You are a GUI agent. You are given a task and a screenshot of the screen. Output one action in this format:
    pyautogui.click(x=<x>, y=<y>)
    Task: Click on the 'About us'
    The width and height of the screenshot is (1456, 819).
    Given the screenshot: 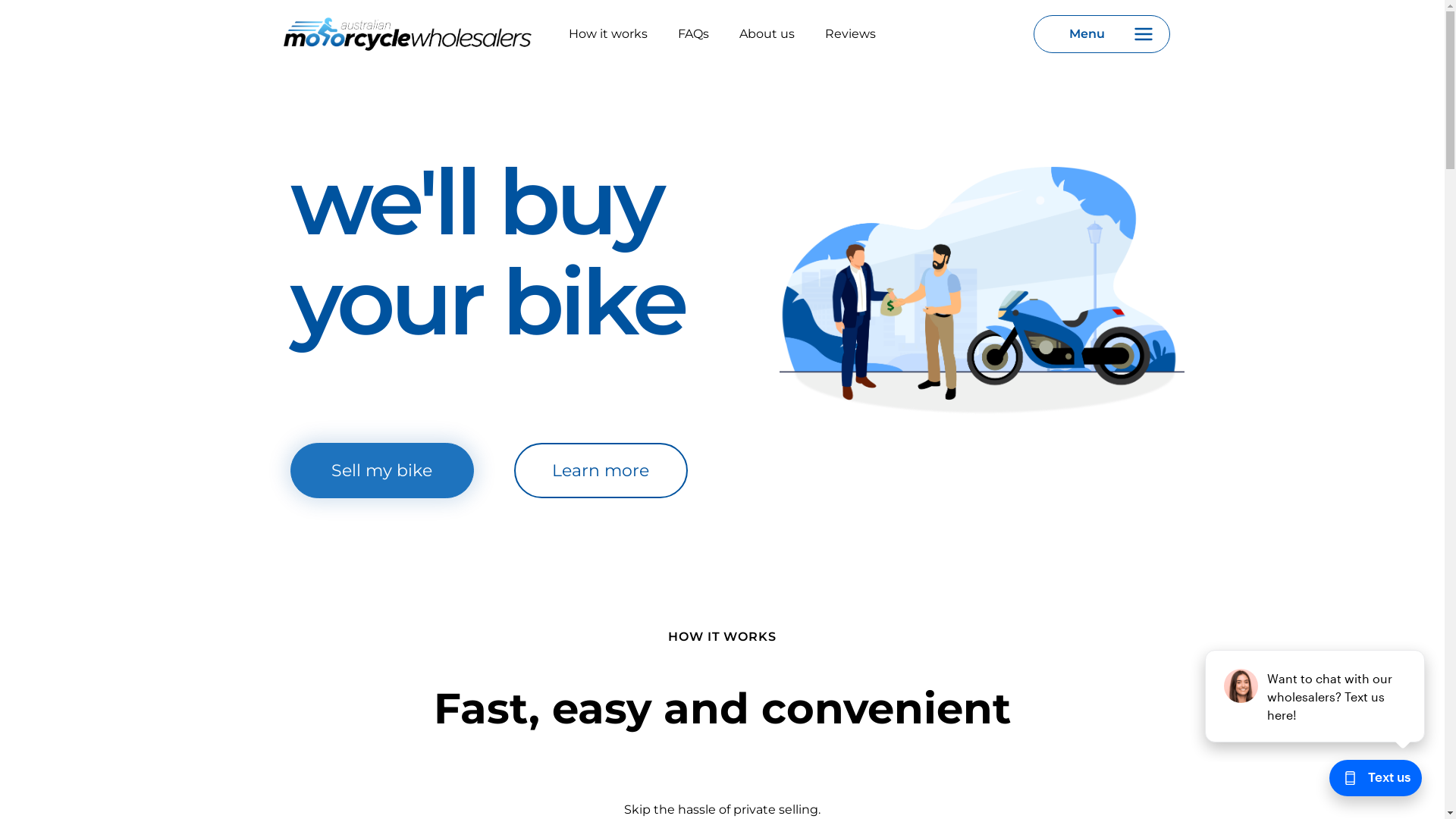 What is the action you would take?
    pyautogui.click(x=767, y=34)
    